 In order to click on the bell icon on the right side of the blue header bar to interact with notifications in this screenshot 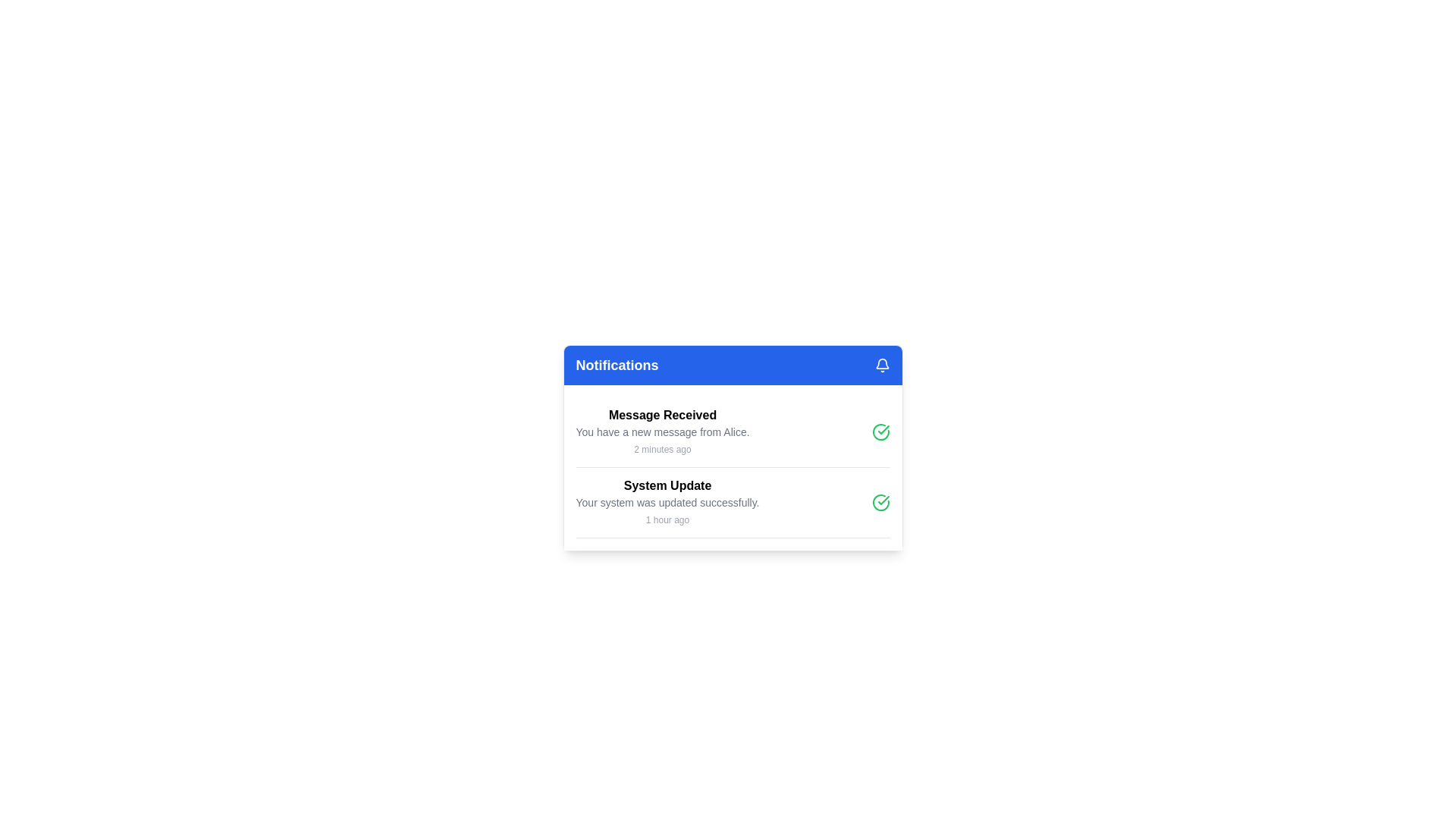, I will do `click(882, 366)`.